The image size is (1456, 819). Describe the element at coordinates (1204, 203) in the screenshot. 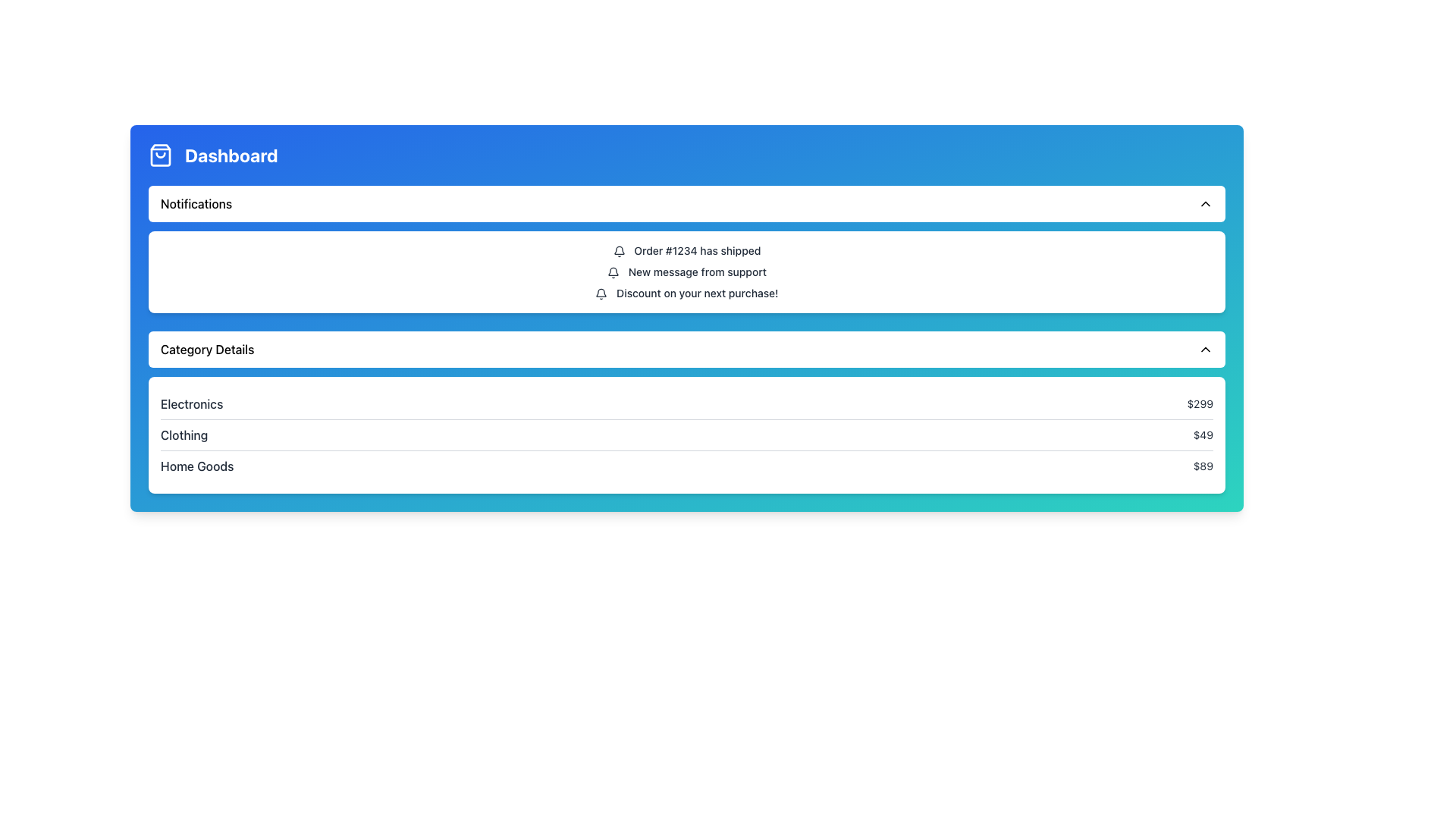

I see `the icon located in the top-right corner of the 'Notifications' header area` at that location.